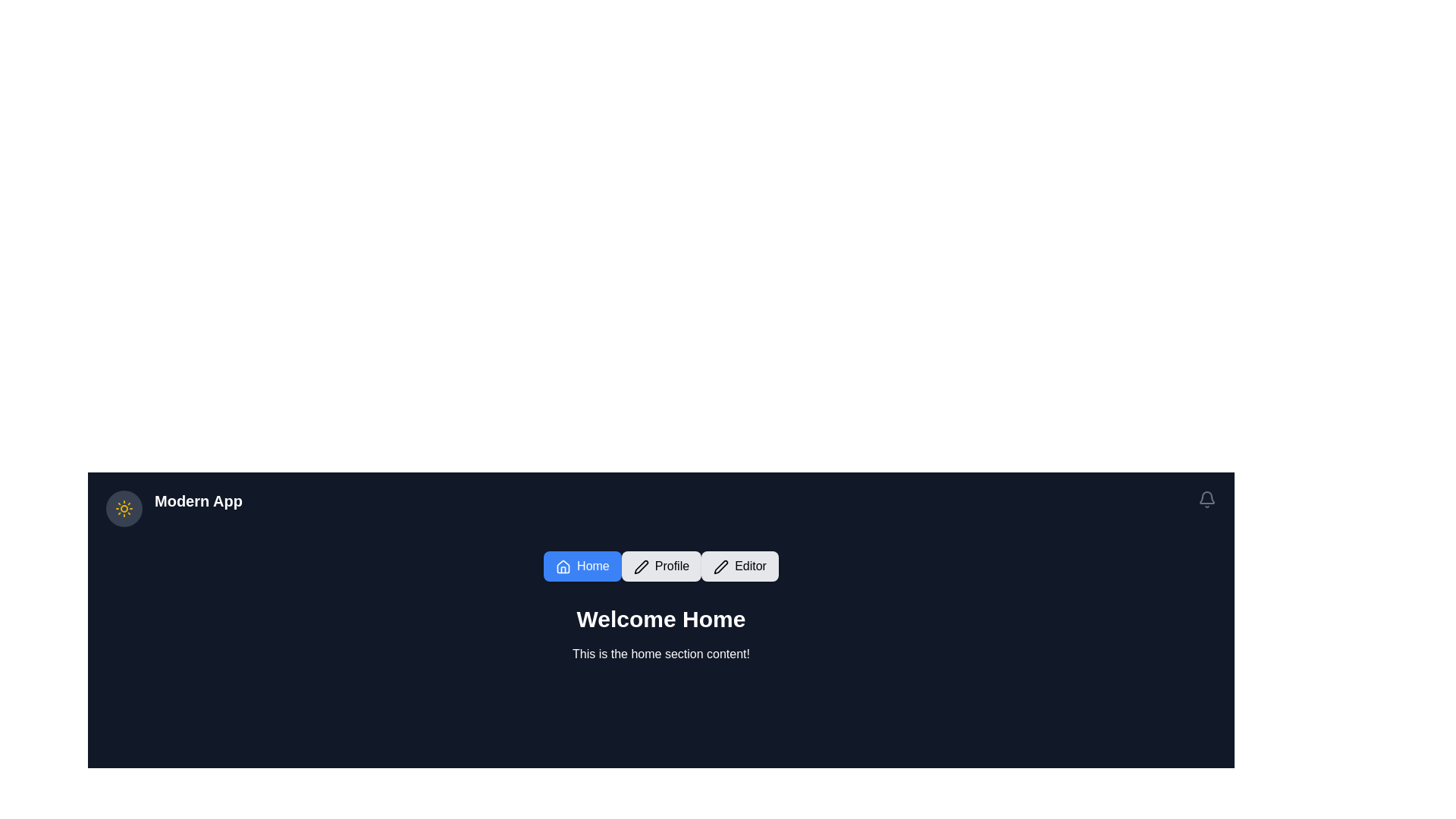  What do you see at coordinates (197, 509) in the screenshot?
I see `the 'Modern App' label located in the top-left area of the interface, which serves as a title or branding for the application` at bounding box center [197, 509].